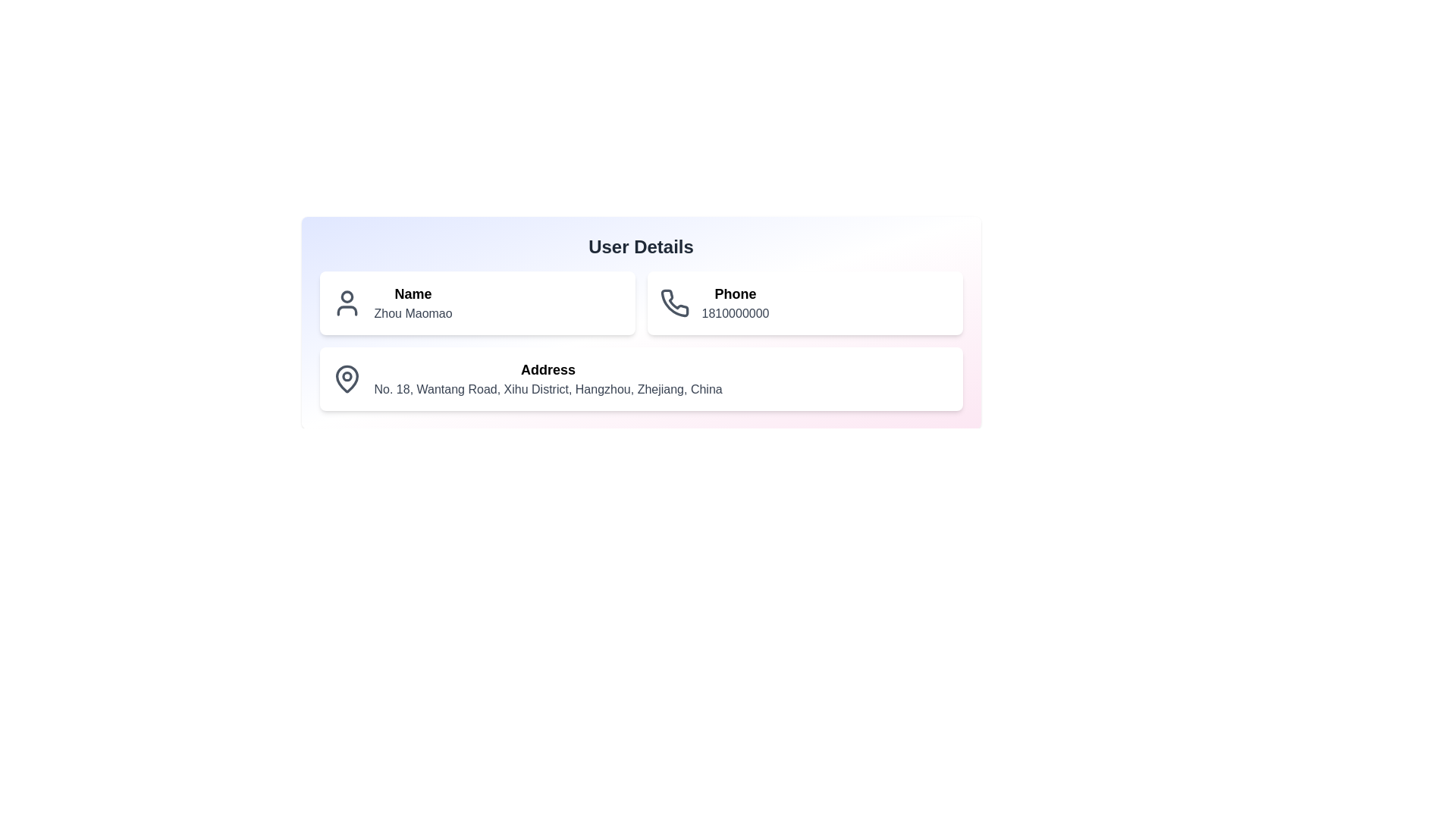 This screenshot has height=819, width=1456. Describe the element at coordinates (346, 297) in the screenshot. I see `the circular profile icon representing the user, located to the left of the text 'Name: Zhou Maomao' within the user details section` at that location.